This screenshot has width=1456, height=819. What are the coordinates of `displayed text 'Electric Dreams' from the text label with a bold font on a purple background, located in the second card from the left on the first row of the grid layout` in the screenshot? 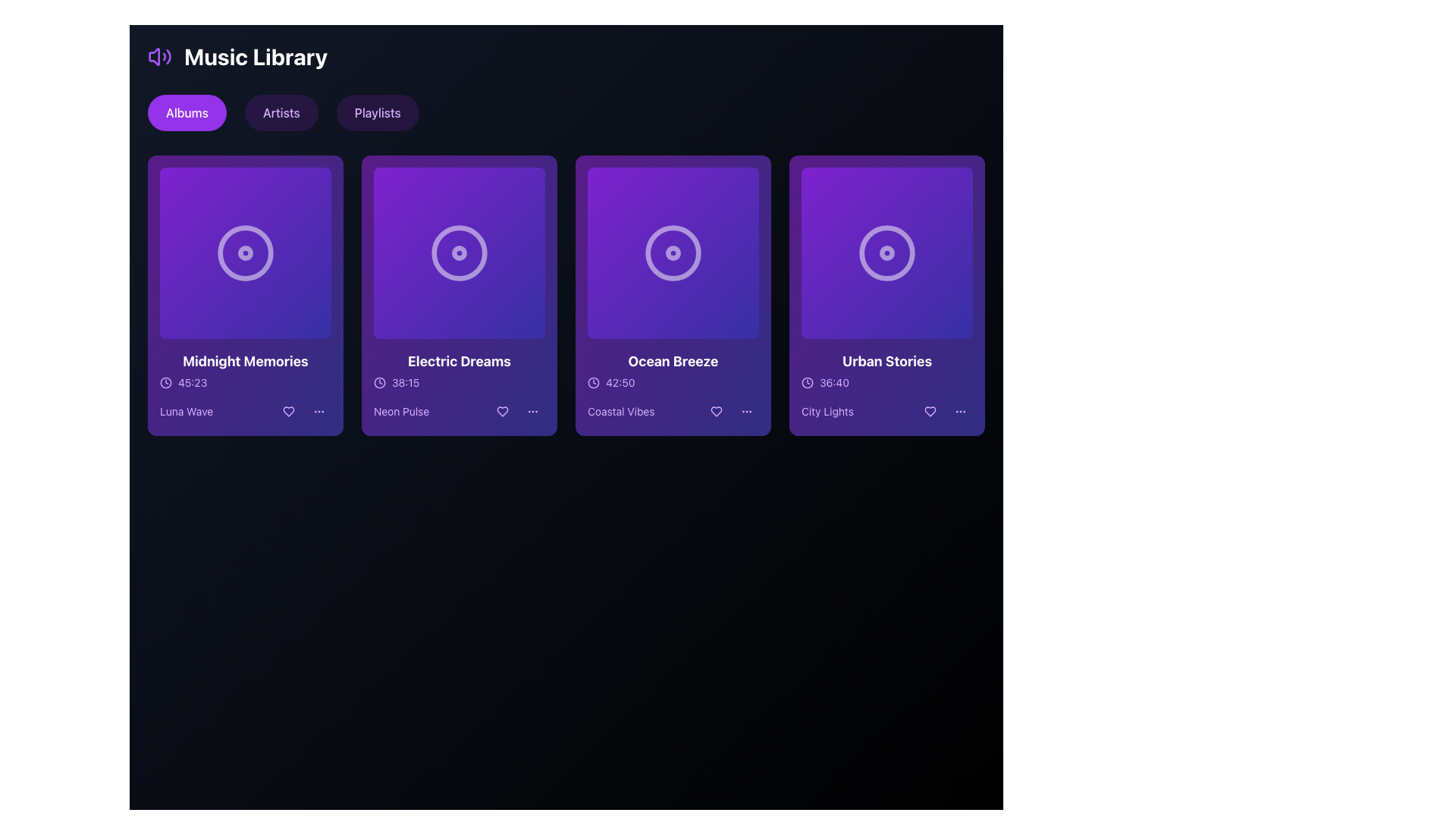 It's located at (458, 362).